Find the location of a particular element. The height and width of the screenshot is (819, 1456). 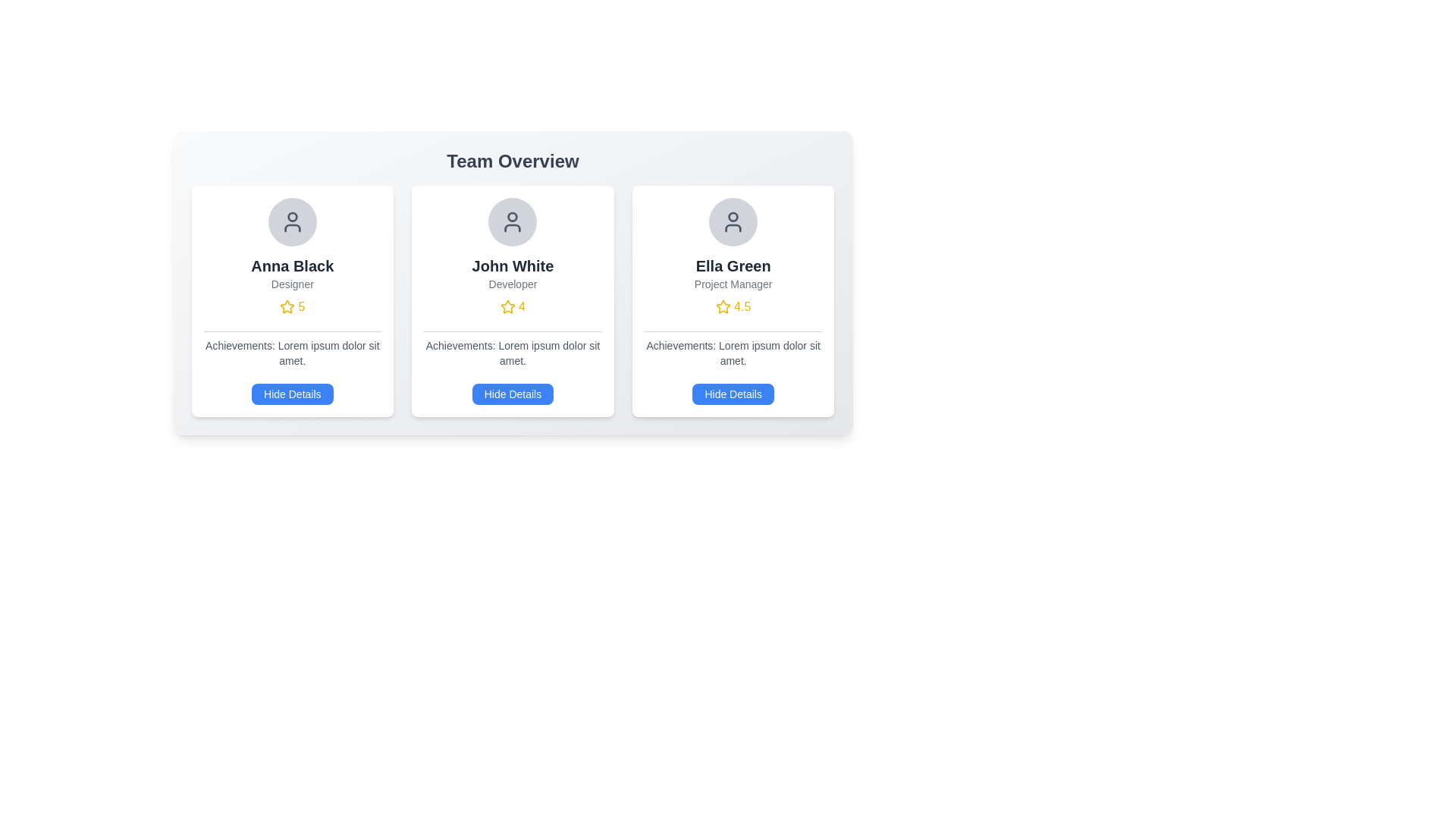

information displayed in the Text component featuring Ella Green's name, job title as Project Manager, and a rating of 4.5 with a star icon is located at coordinates (733, 286).